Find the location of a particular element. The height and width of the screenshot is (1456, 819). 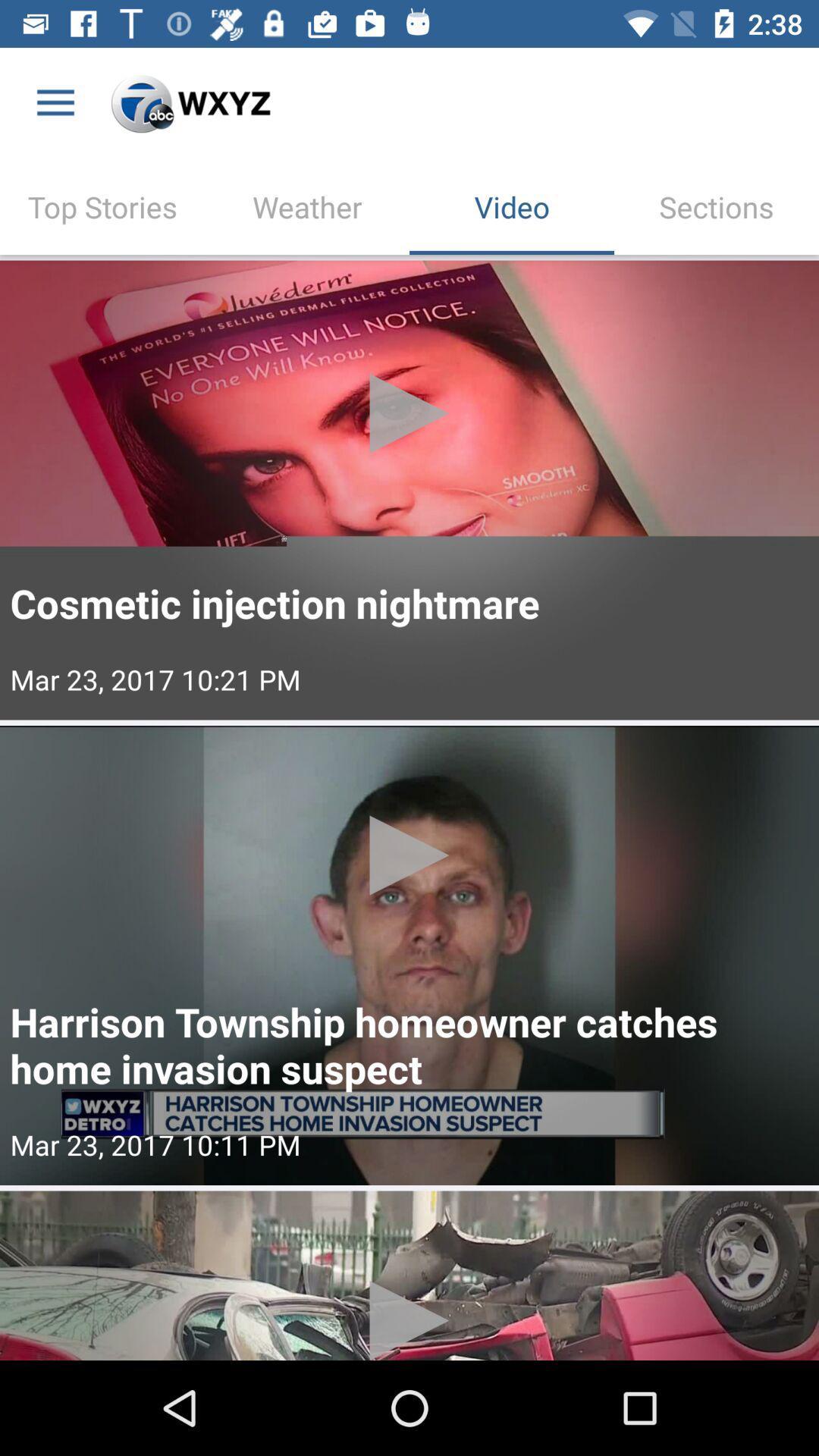

video is located at coordinates (409, 954).